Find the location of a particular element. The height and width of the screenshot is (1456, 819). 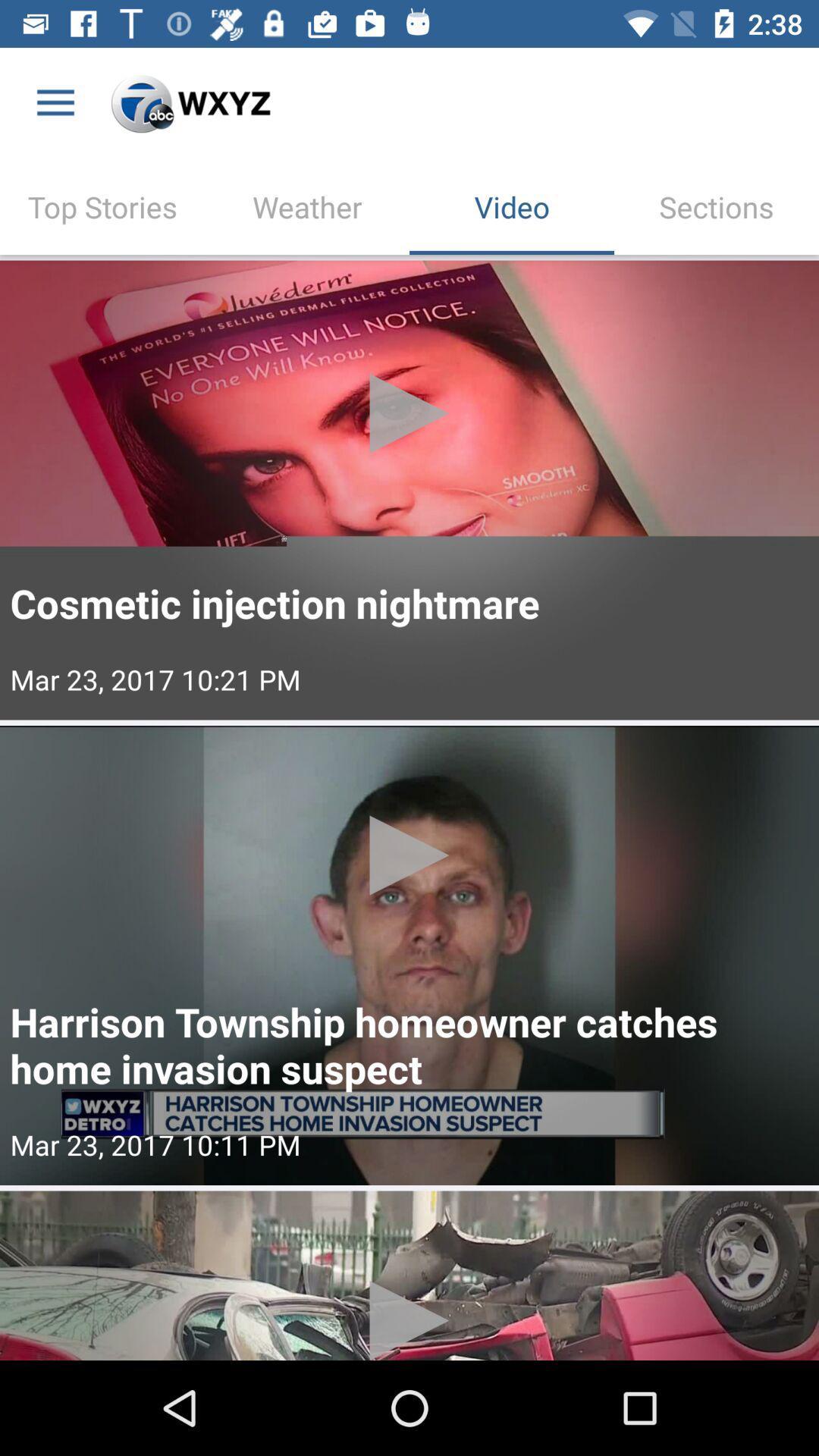

video is located at coordinates (409, 954).